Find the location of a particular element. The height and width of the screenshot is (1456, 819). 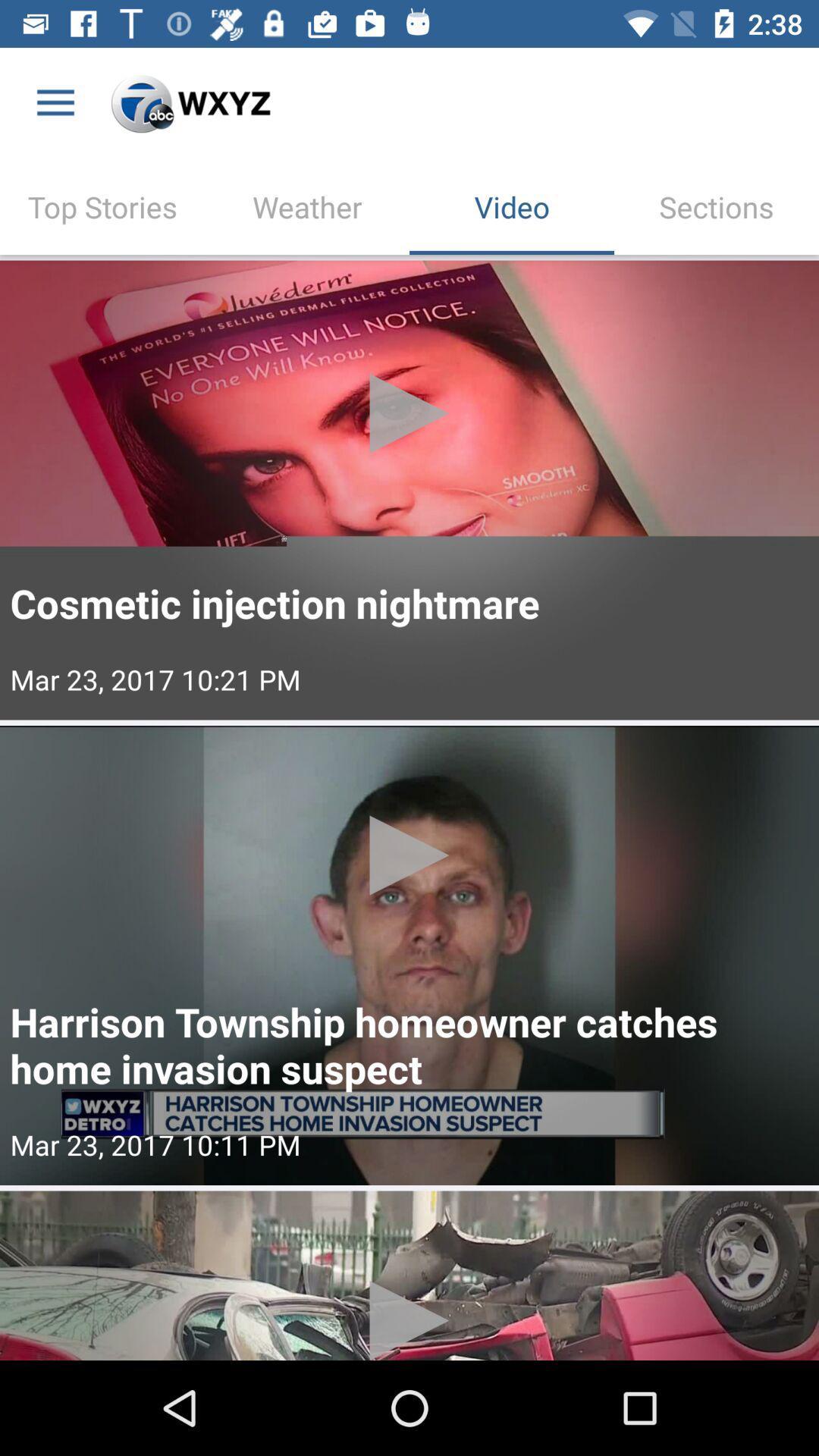

video is located at coordinates (409, 954).